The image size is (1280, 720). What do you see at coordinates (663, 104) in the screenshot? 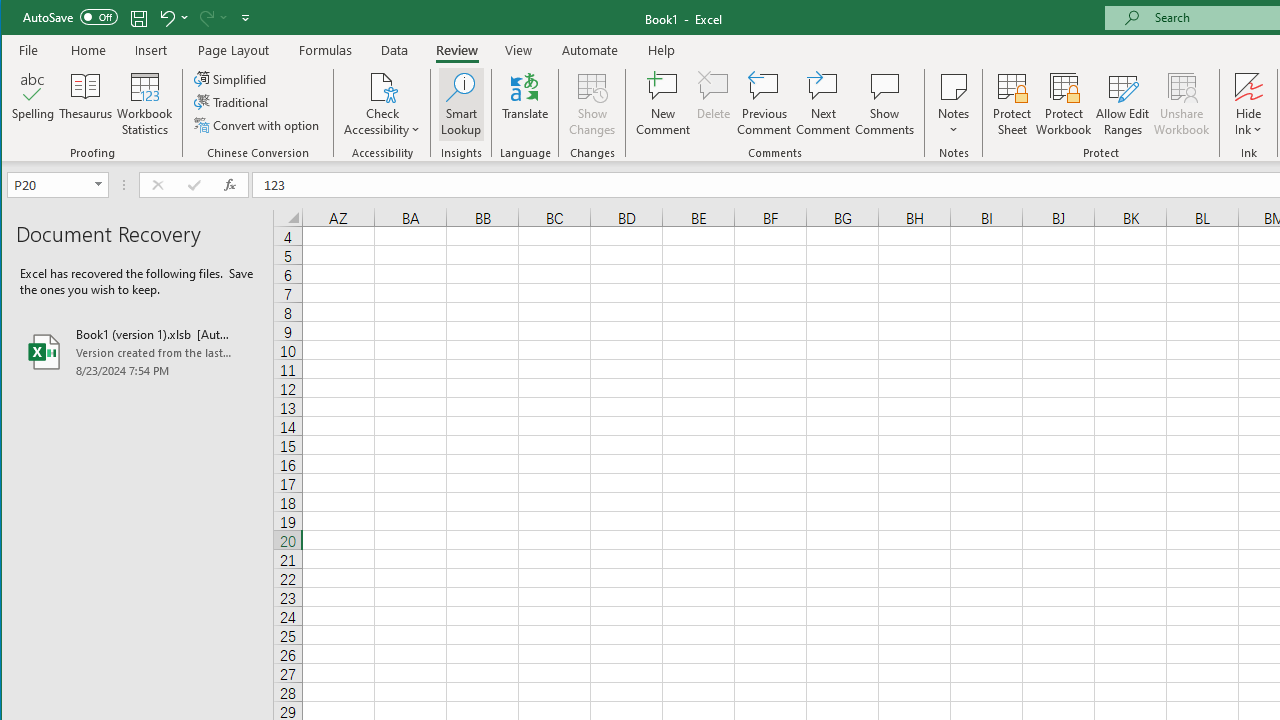
I see `'New Comment'` at bounding box center [663, 104].